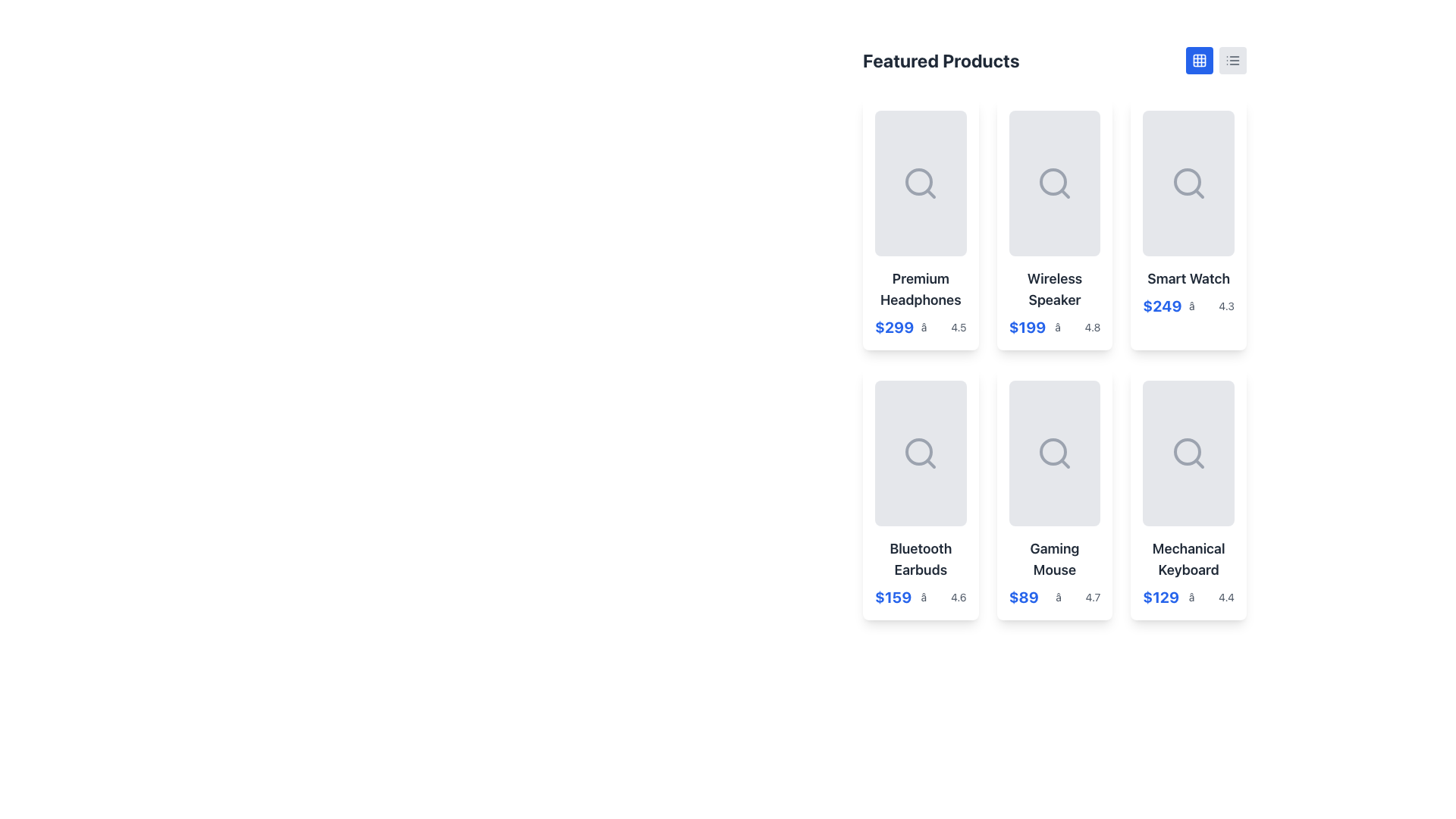  Describe the element at coordinates (1188, 224) in the screenshot. I see `the third product card in the first row of the grid layout` at that location.